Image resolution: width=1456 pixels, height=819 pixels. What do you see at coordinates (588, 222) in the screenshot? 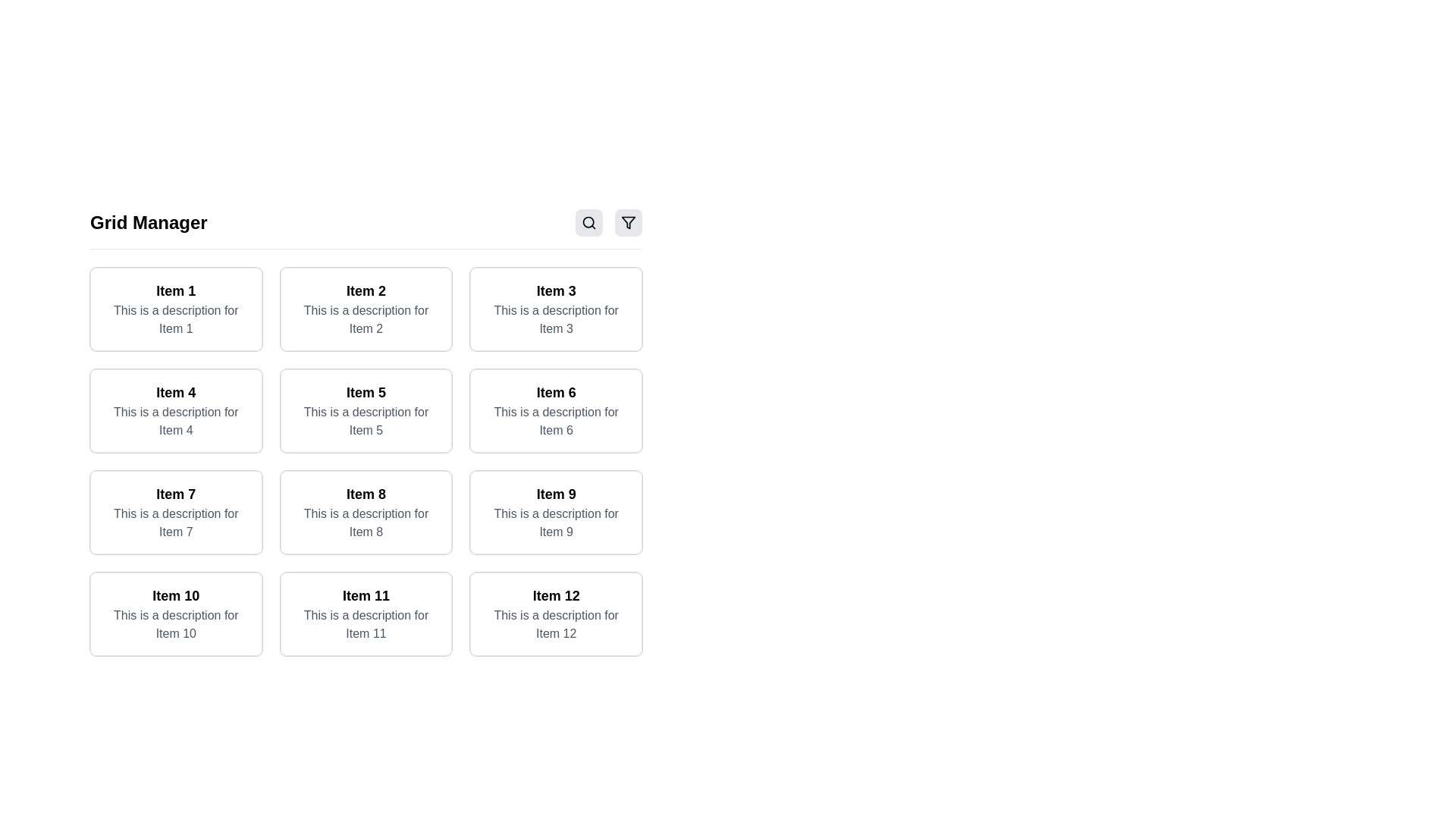
I see `the first rounded rectangular button with a search icon in the top-right corner of the display` at bounding box center [588, 222].